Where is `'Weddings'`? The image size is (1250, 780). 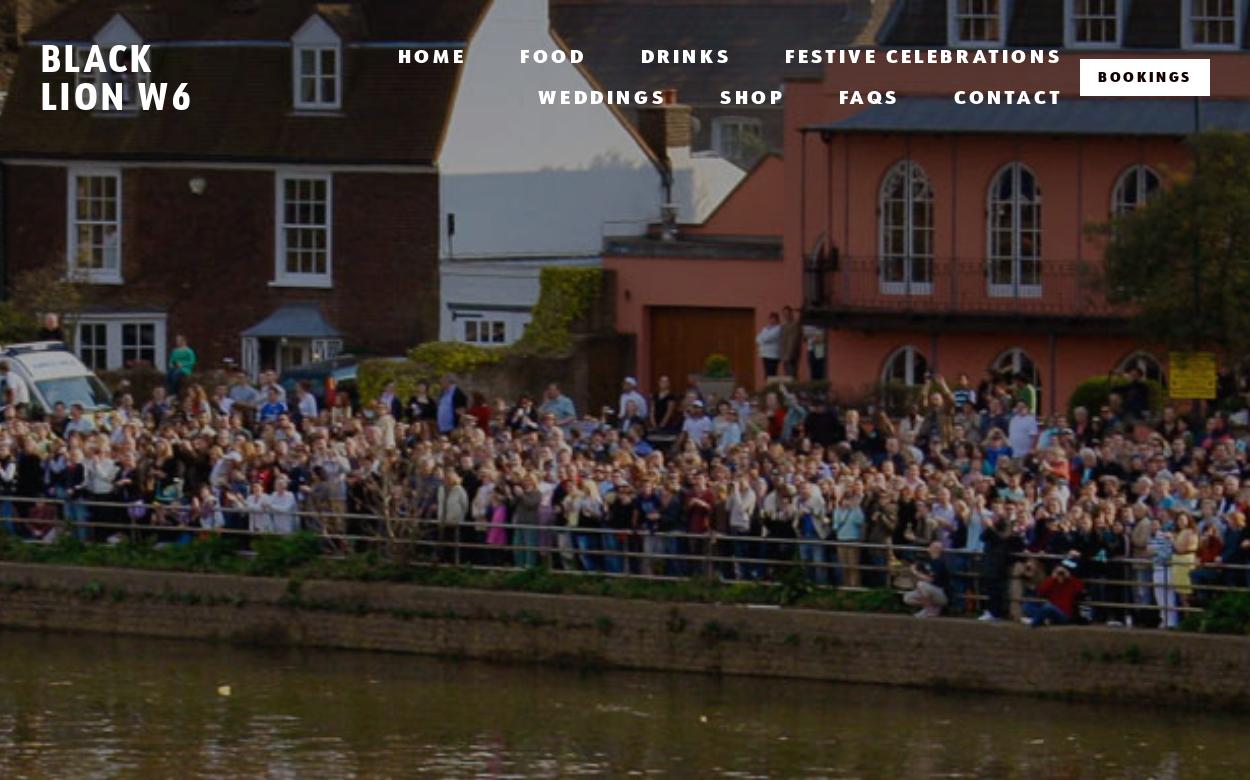
'Weddings' is located at coordinates (601, 97).